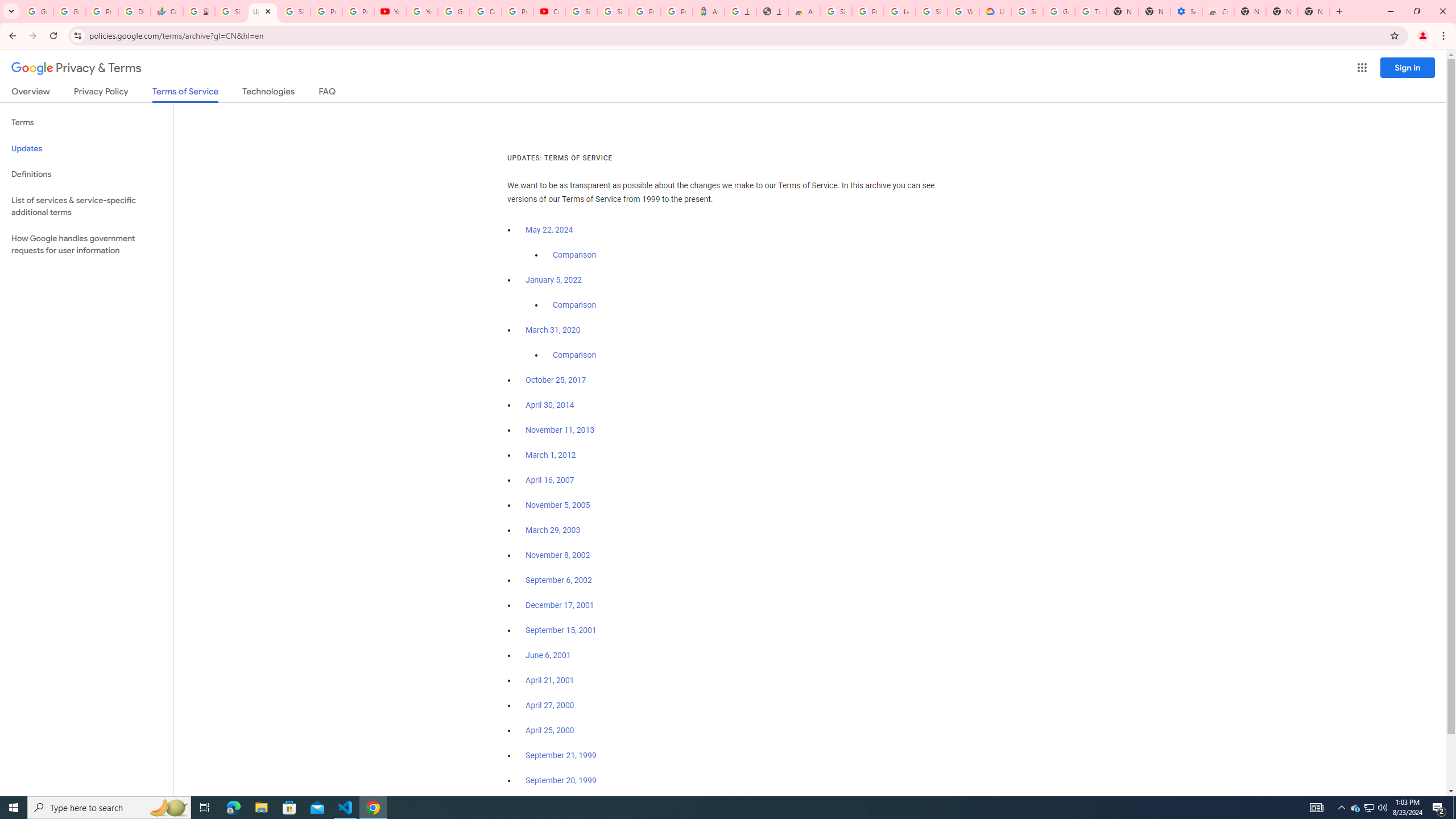  I want to click on 'September 6, 2002', so click(559, 580).